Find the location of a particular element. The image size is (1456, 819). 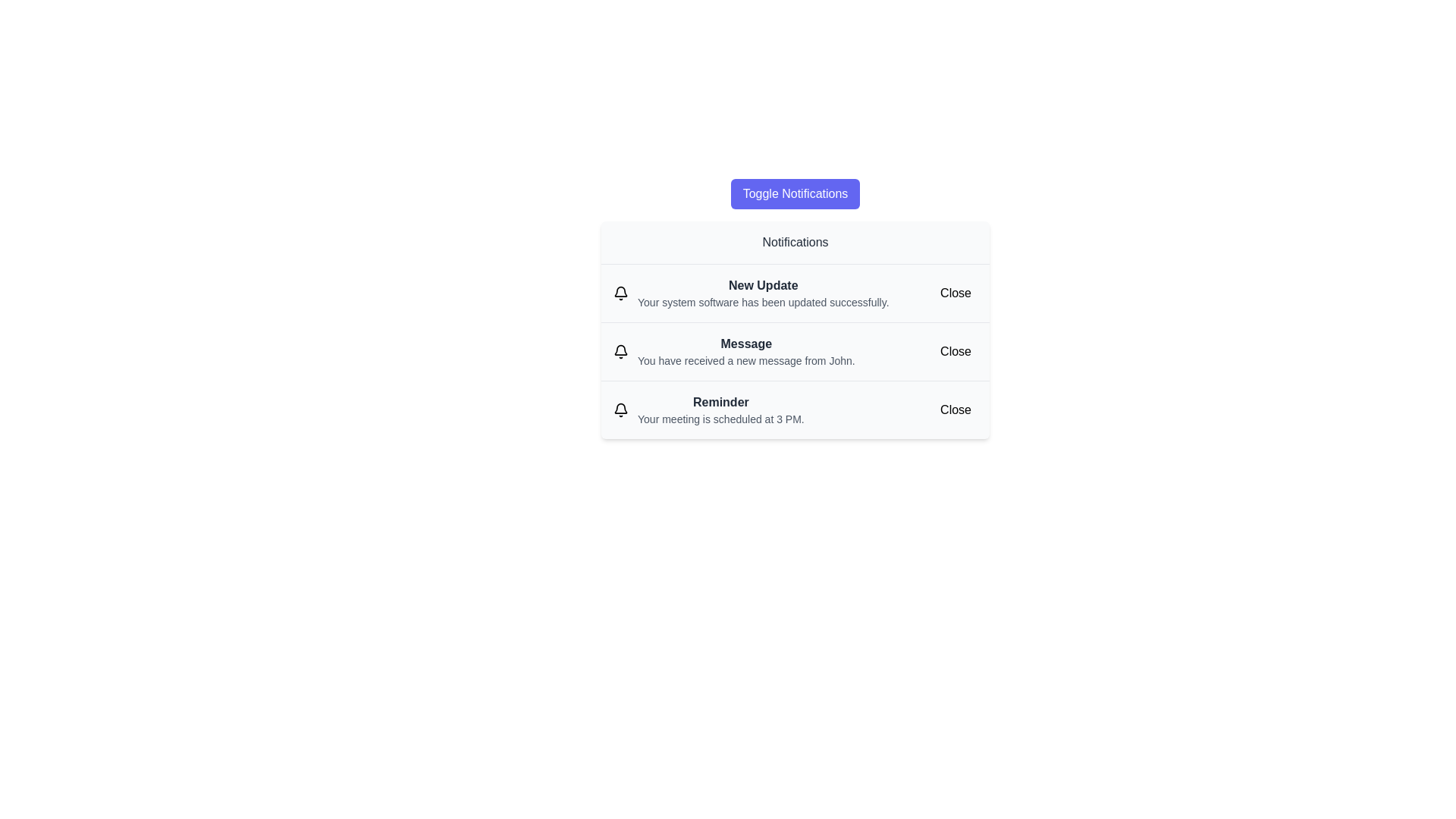

the first notification entry that informs the user about the successful update of the system software is located at coordinates (763, 293).